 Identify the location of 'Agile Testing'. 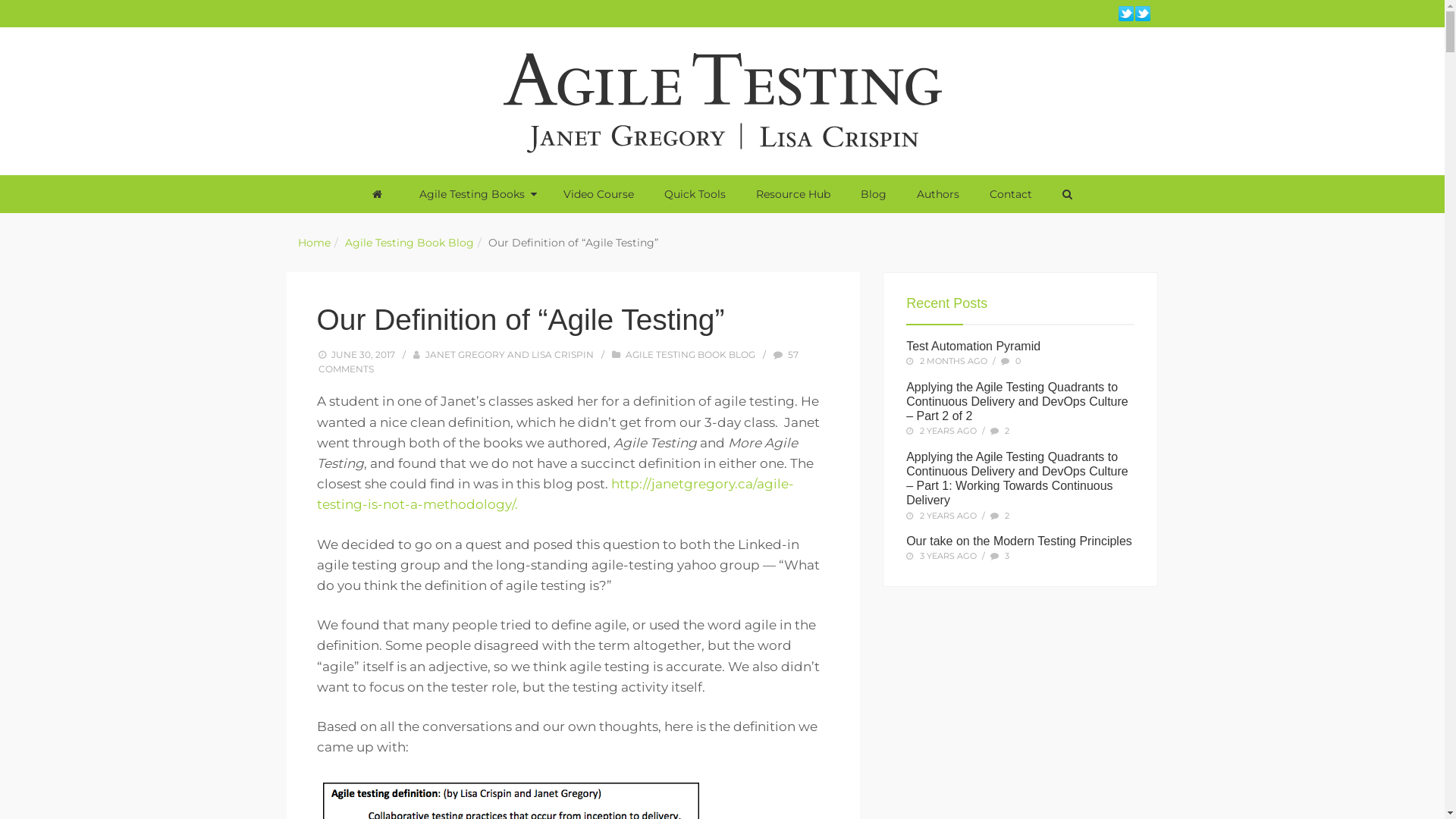
(720, 99).